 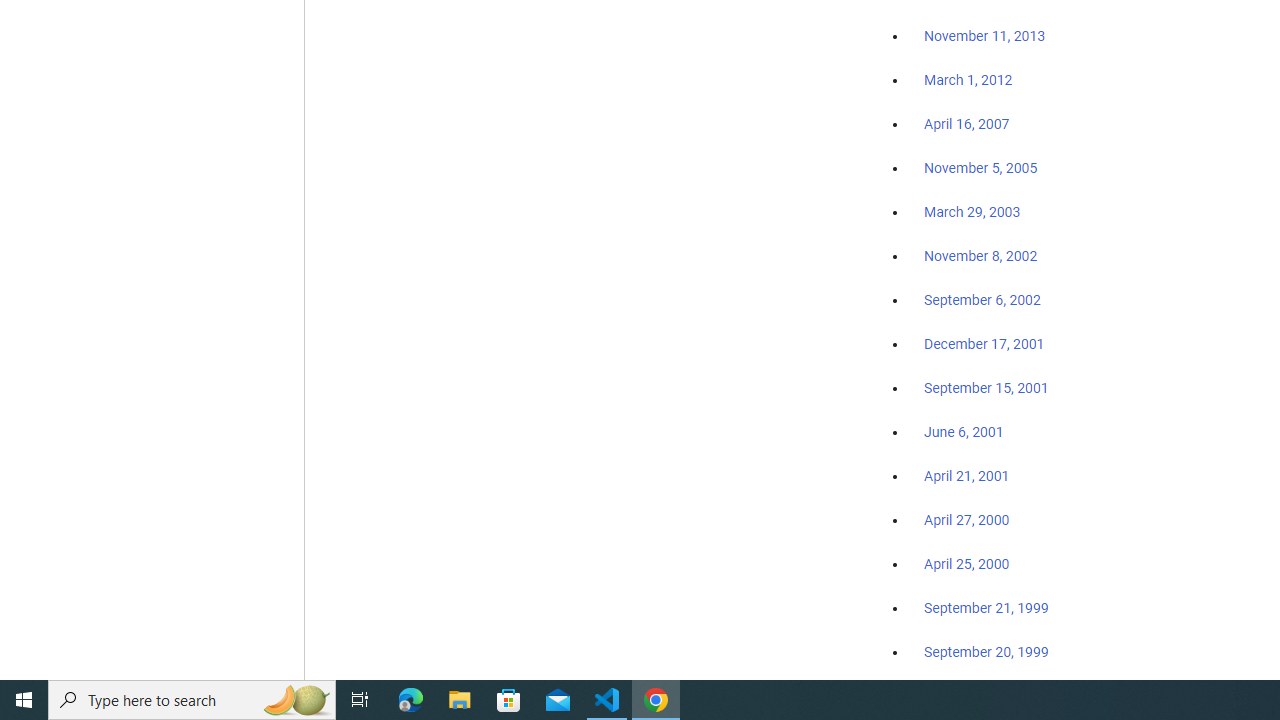 I want to click on 'April 27, 2000', so click(x=967, y=519).